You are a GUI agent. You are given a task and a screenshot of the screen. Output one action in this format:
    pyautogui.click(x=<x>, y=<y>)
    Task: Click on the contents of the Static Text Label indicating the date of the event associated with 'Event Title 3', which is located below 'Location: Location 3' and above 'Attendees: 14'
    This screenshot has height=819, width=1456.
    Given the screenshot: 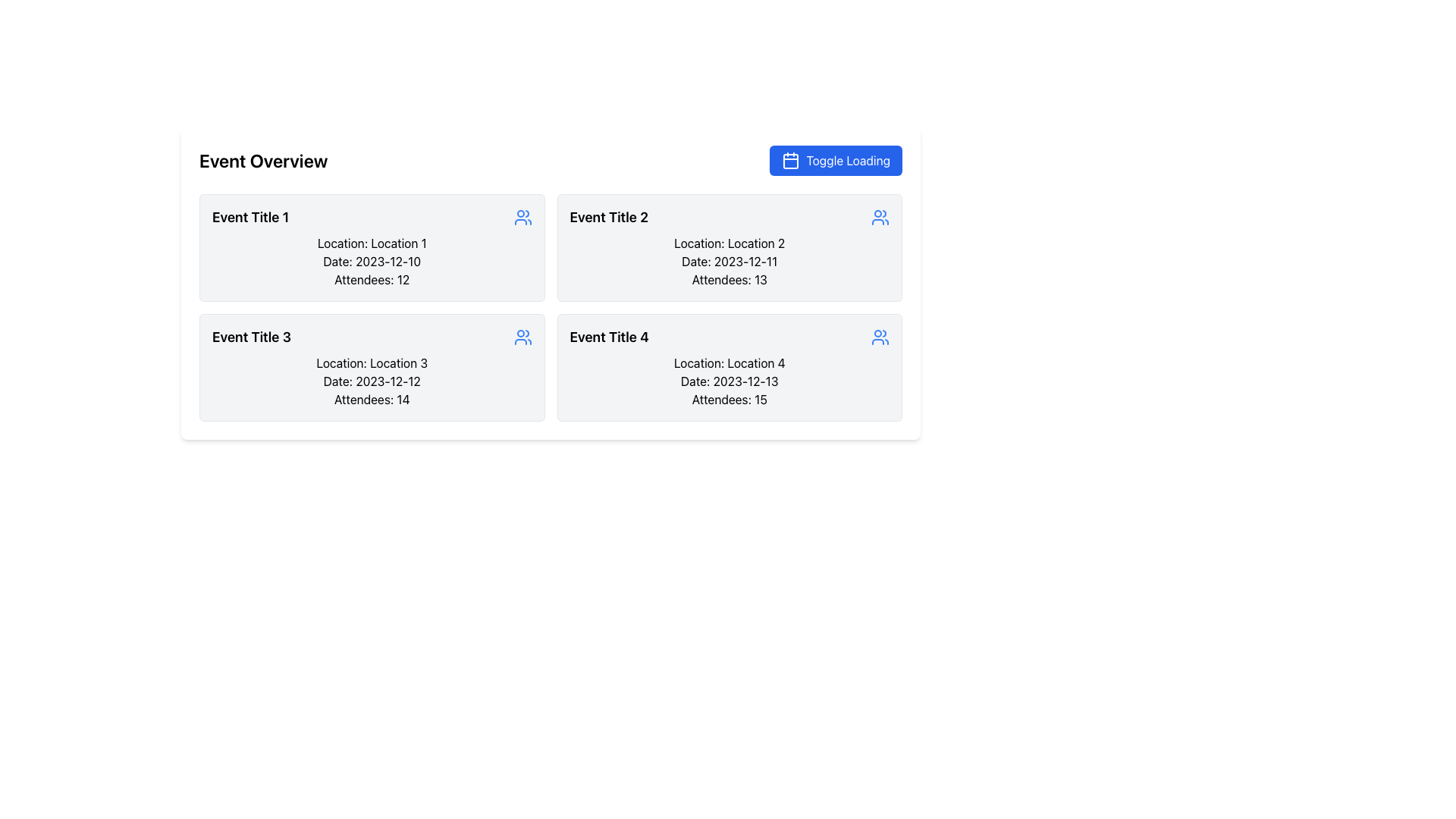 What is the action you would take?
    pyautogui.click(x=372, y=380)
    